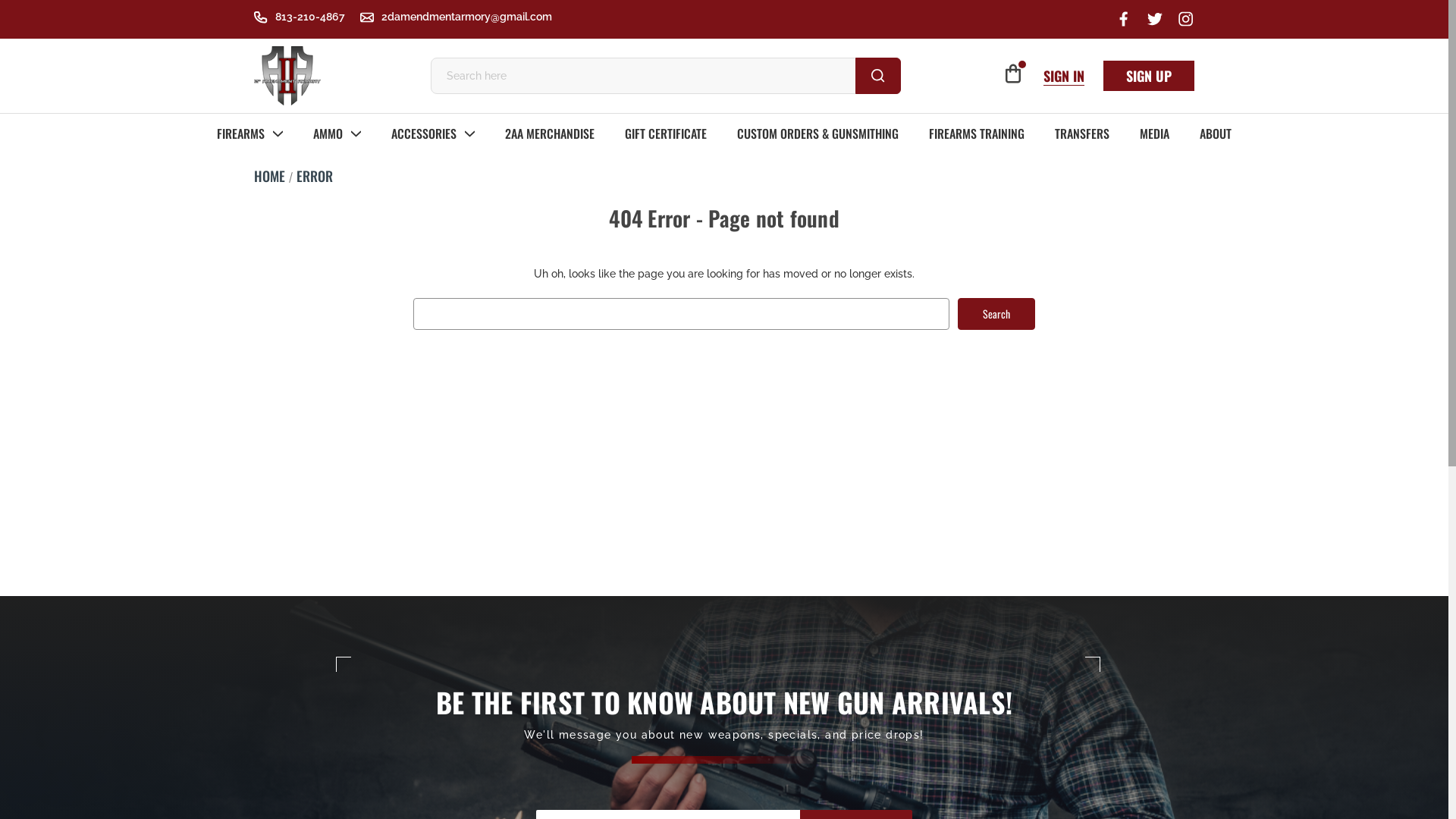 The height and width of the screenshot is (819, 1456). I want to click on 'GIFT CERTIFICATE', so click(666, 133).